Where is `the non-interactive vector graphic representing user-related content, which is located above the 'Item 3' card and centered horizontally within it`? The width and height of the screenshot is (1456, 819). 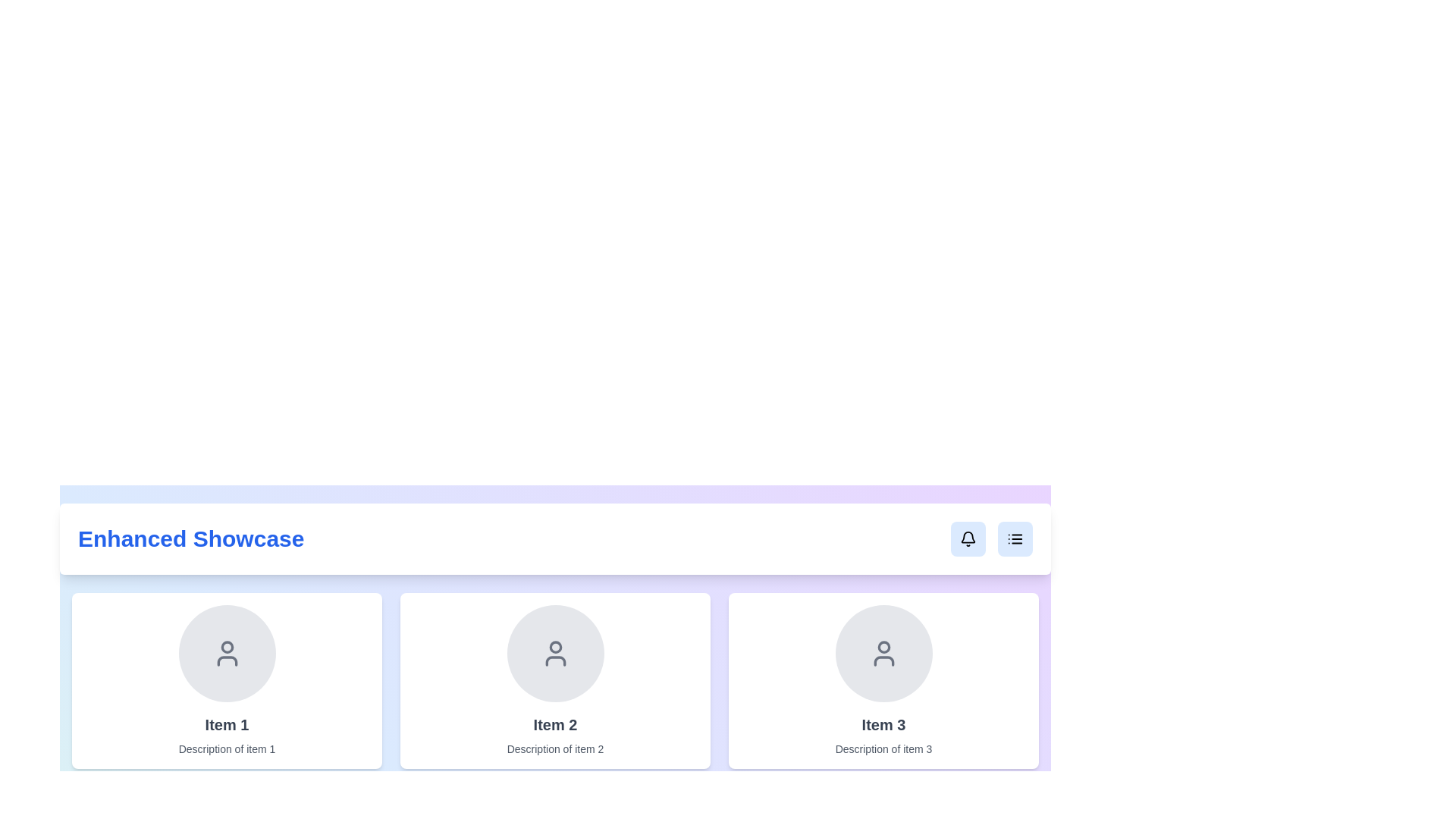 the non-interactive vector graphic representing user-related content, which is located above the 'Item 3' card and centered horizontally within it is located at coordinates (883, 660).